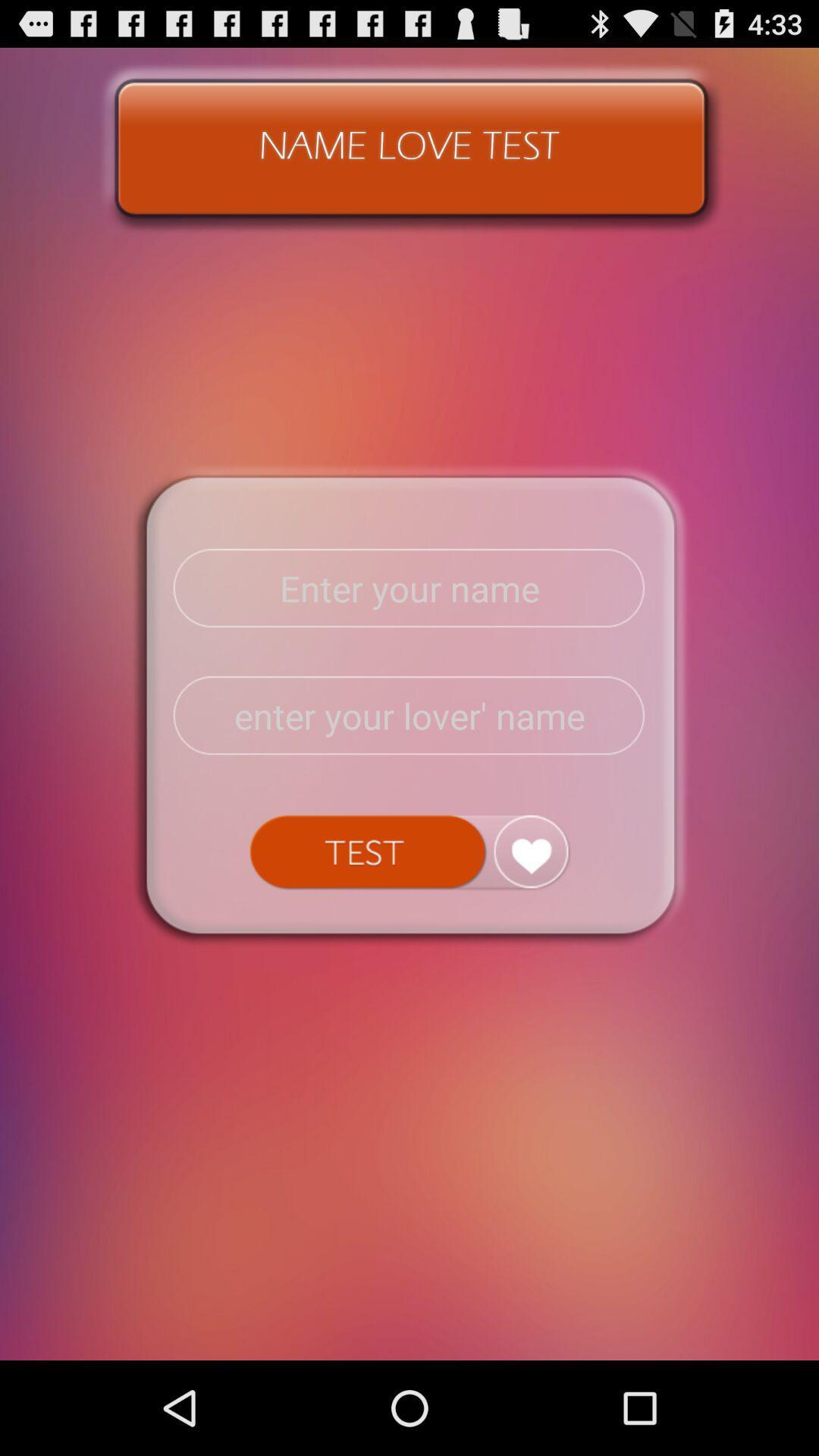 The image size is (819, 1456). I want to click on name, so click(409, 588).